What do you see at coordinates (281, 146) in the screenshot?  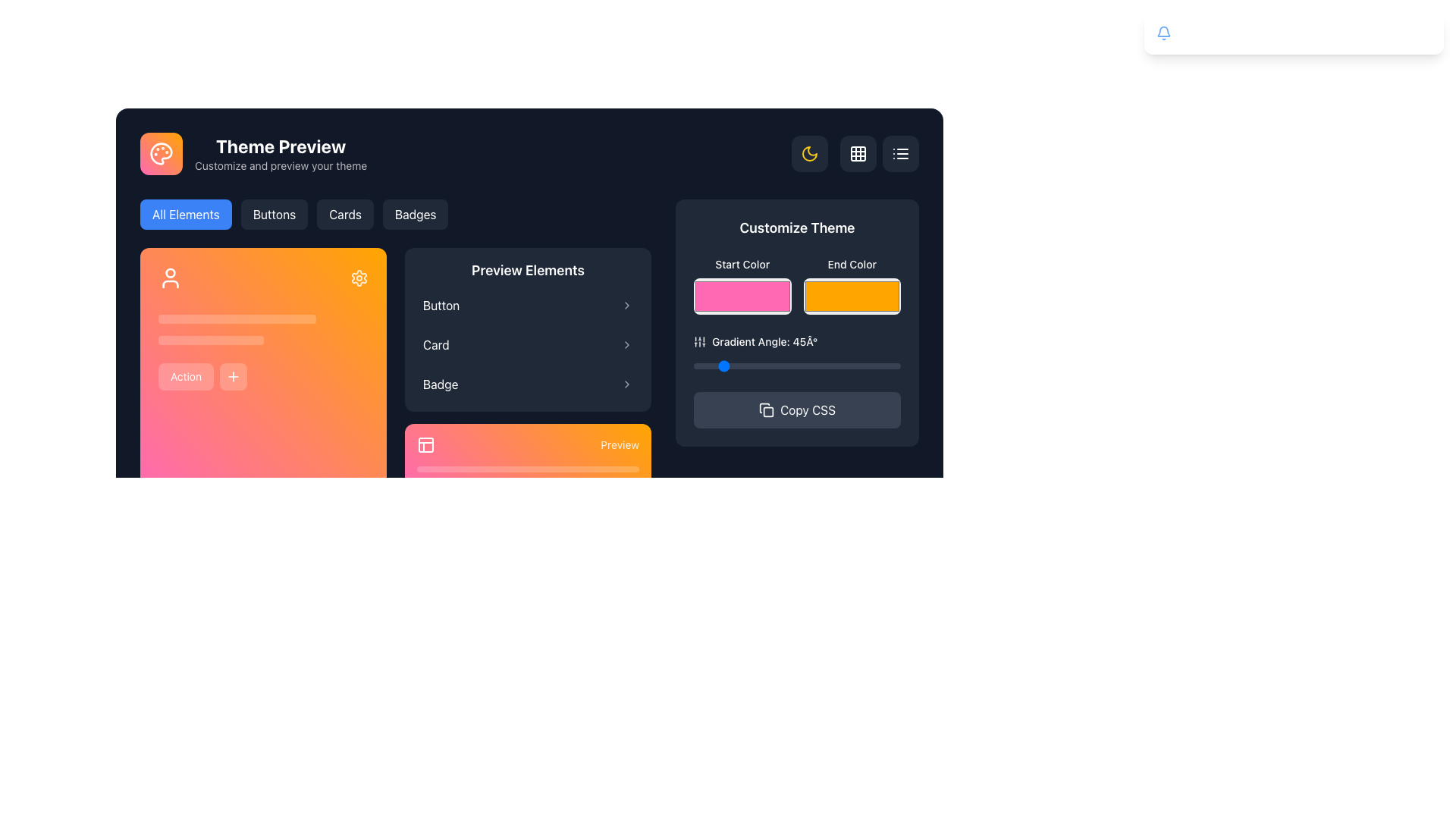 I see `the prominent 'Theme Preview' text label, which is displayed in a bold, large white font against a dark background, located near the top left corner of the layout` at bounding box center [281, 146].